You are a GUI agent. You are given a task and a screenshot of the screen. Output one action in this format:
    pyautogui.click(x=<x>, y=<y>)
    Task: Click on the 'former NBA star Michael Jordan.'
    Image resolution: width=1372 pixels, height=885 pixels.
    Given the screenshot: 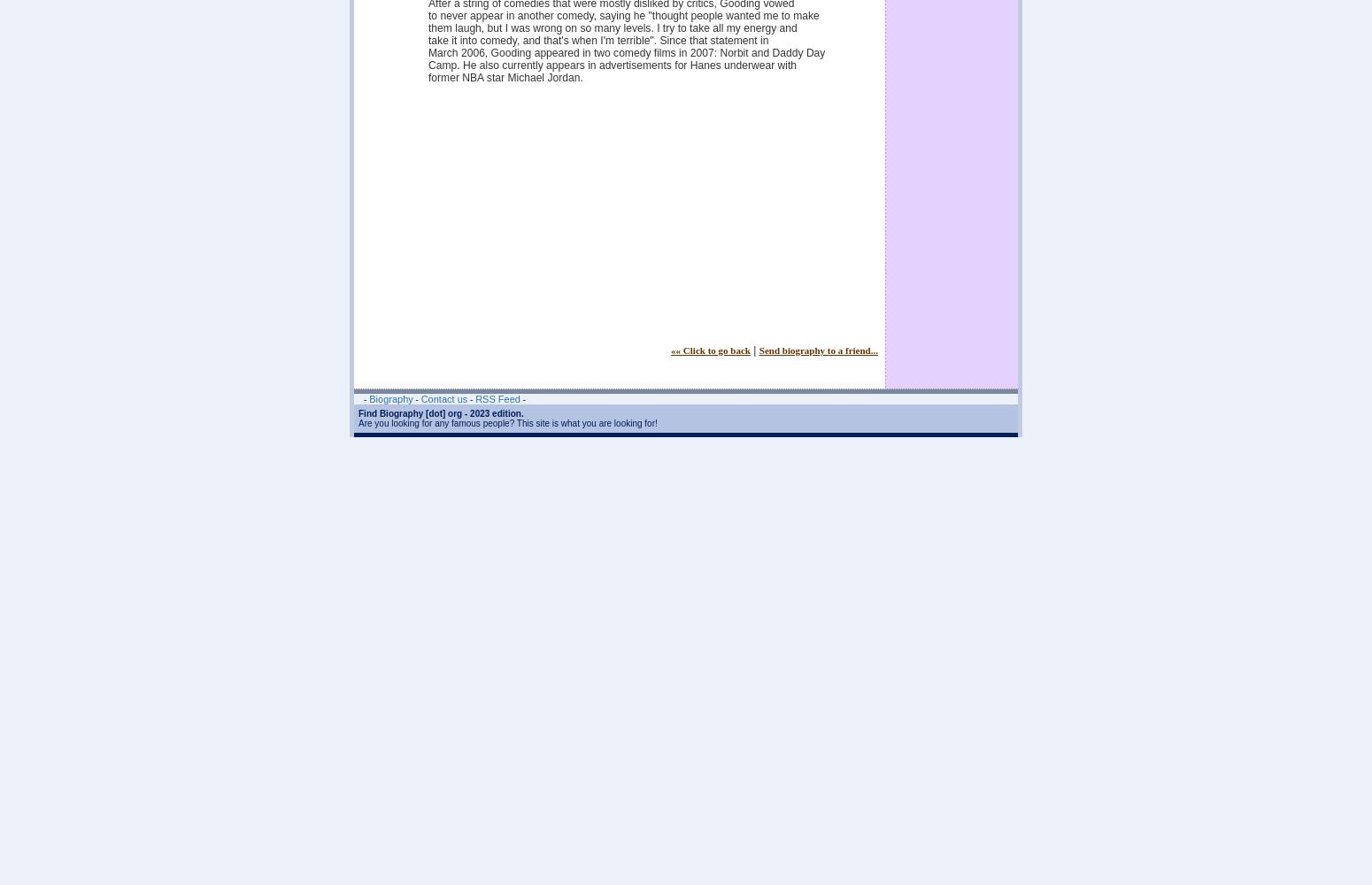 What is the action you would take?
    pyautogui.click(x=586, y=77)
    